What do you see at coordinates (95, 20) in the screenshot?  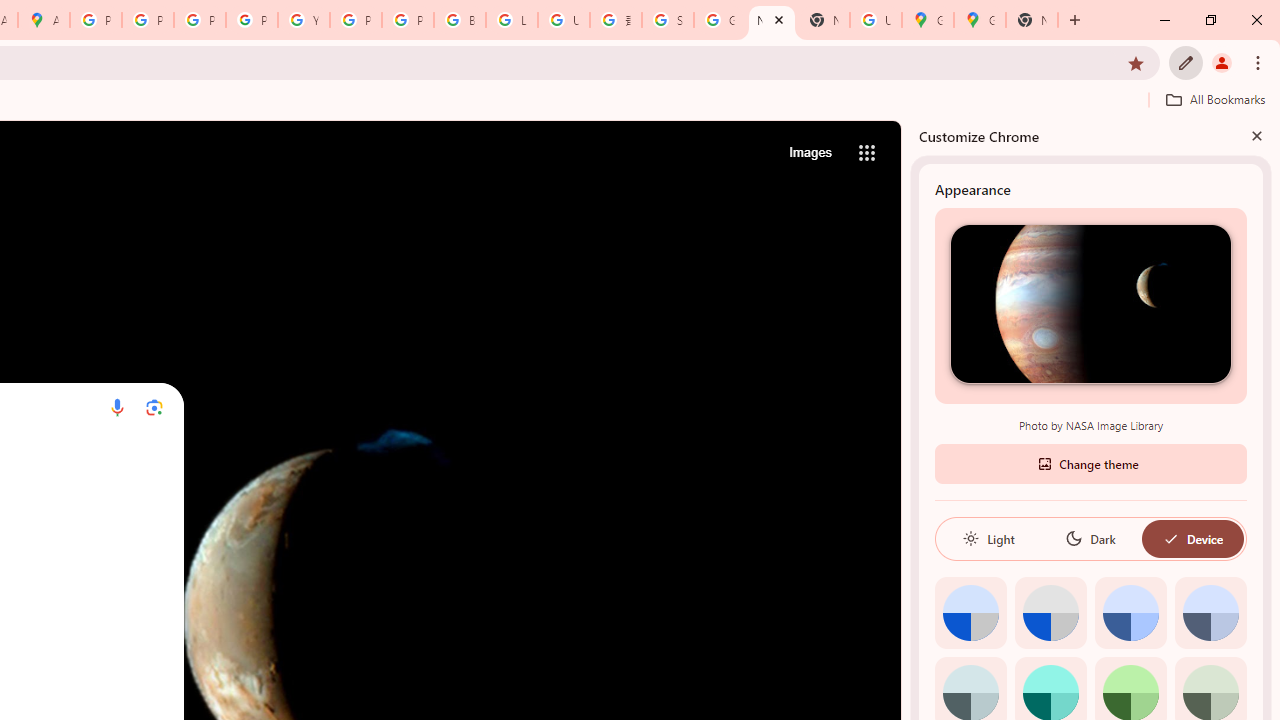 I see `'Policy Accountability and Transparency - Transparency Center'` at bounding box center [95, 20].